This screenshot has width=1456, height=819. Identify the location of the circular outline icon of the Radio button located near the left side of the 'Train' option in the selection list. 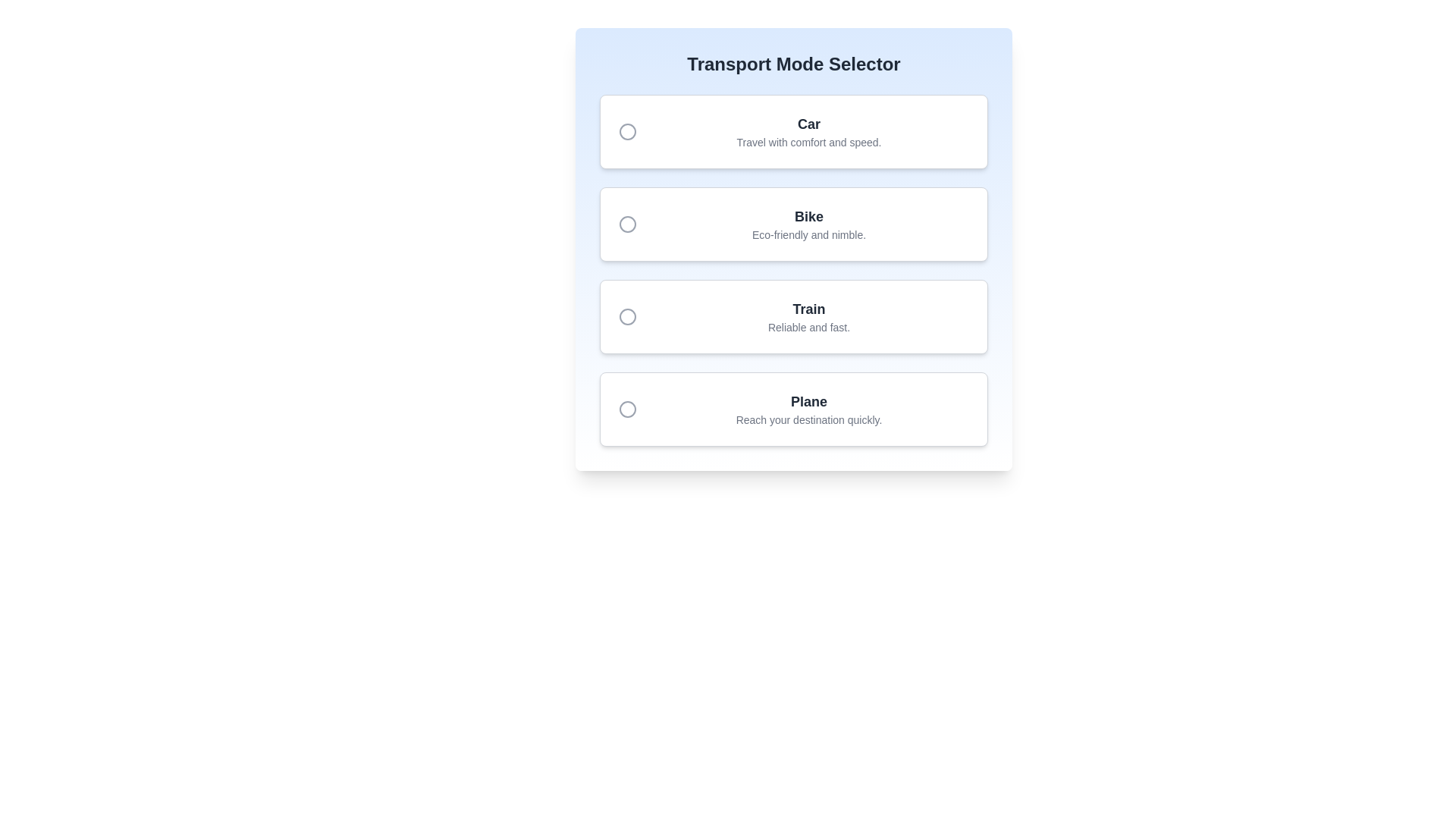
(628, 315).